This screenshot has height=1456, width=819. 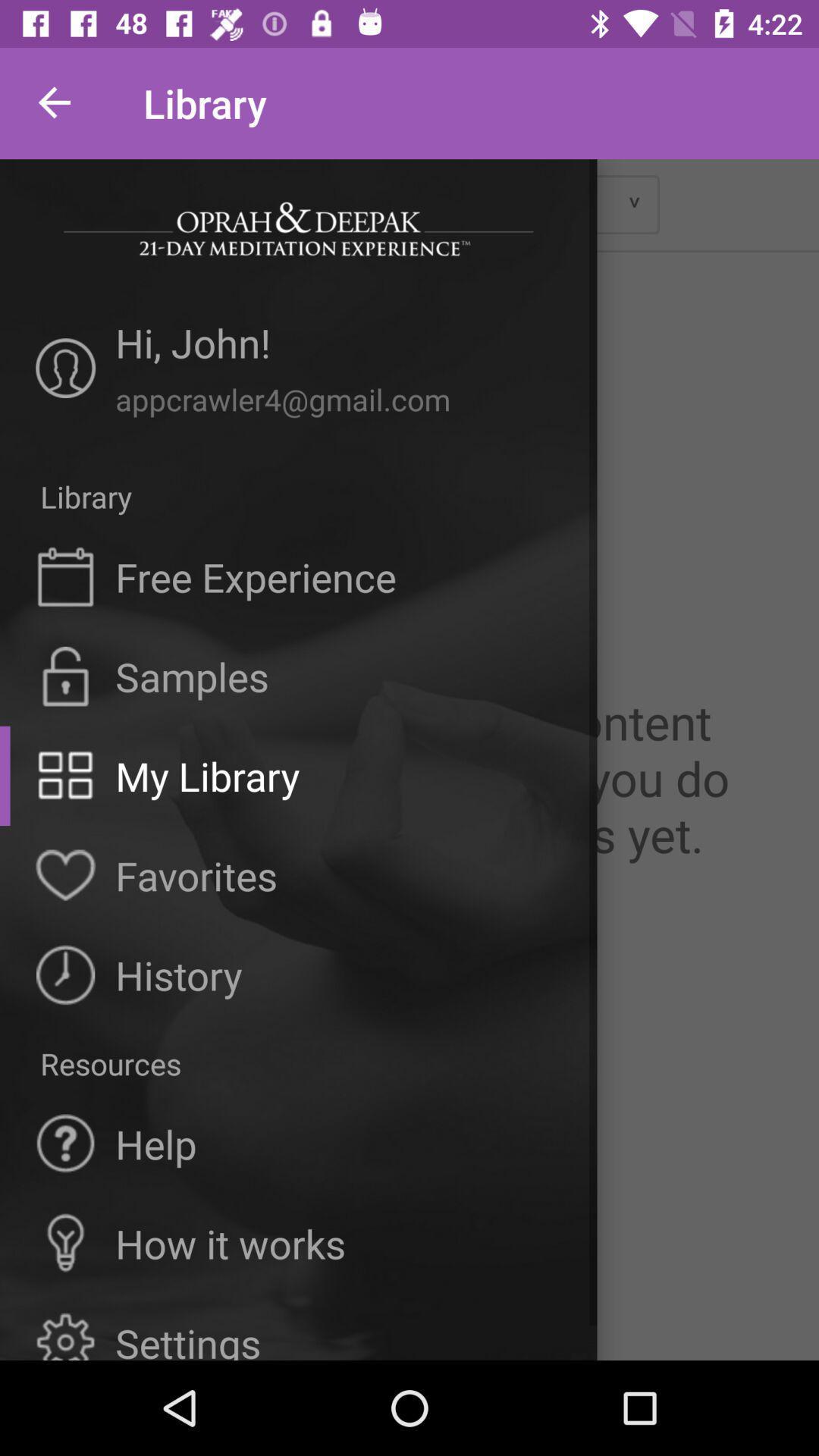 What do you see at coordinates (177, 974) in the screenshot?
I see `the history` at bounding box center [177, 974].